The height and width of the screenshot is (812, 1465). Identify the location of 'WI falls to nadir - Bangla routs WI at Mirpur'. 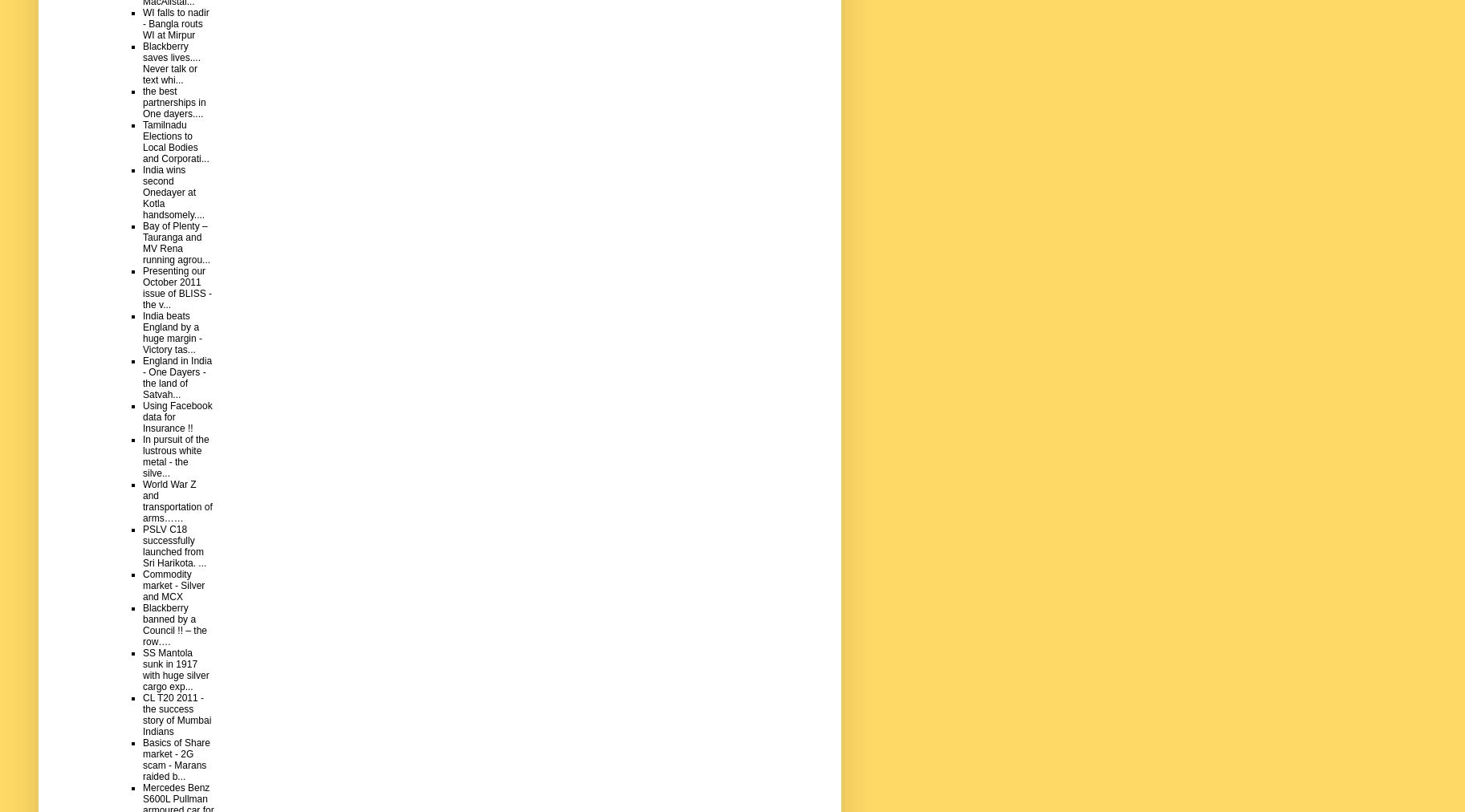
(176, 22).